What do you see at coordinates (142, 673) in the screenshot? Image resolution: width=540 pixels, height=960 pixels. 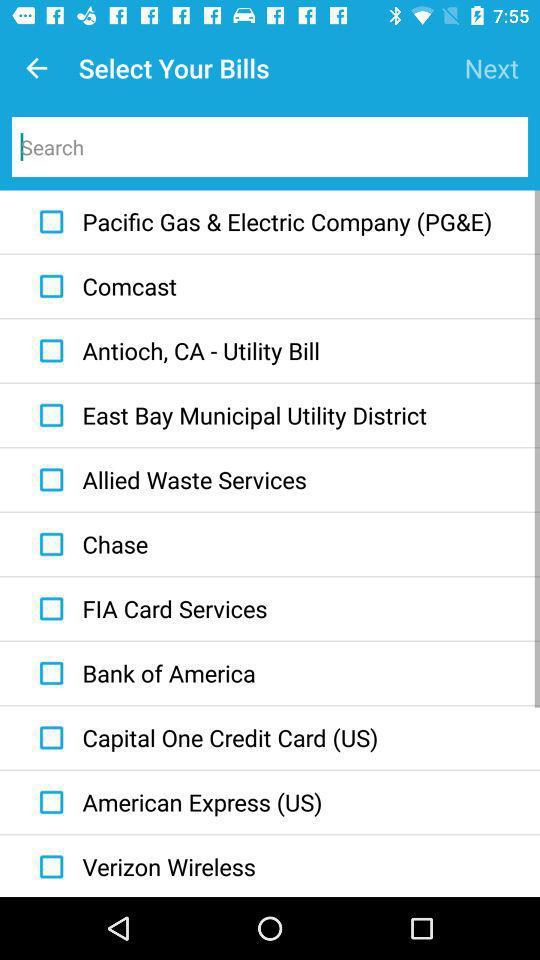 I see `item below the fia card services icon` at bounding box center [142, 673].